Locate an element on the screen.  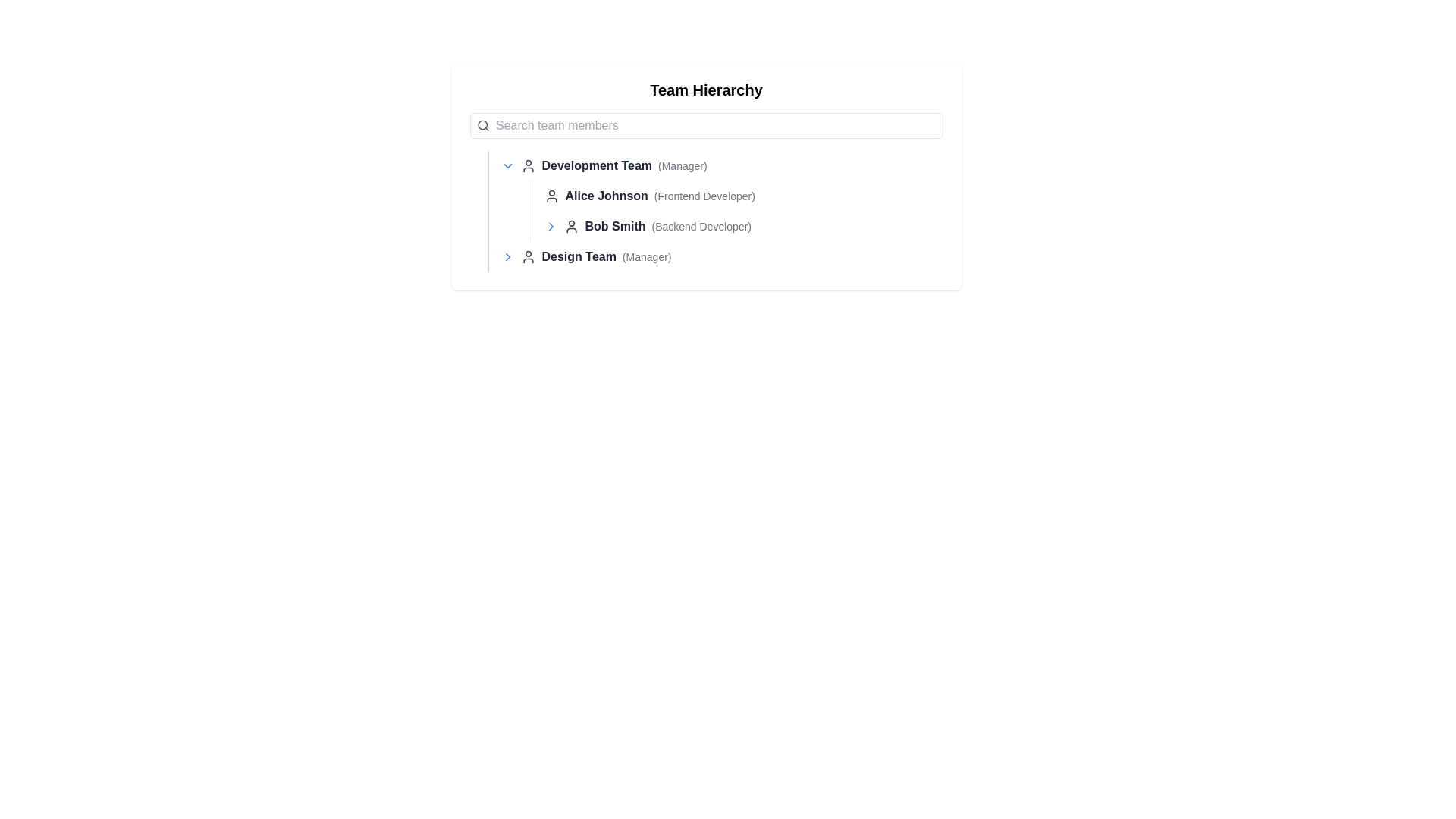
the text label displaying 'Bob Smith' is located at coordinates (615, 227).